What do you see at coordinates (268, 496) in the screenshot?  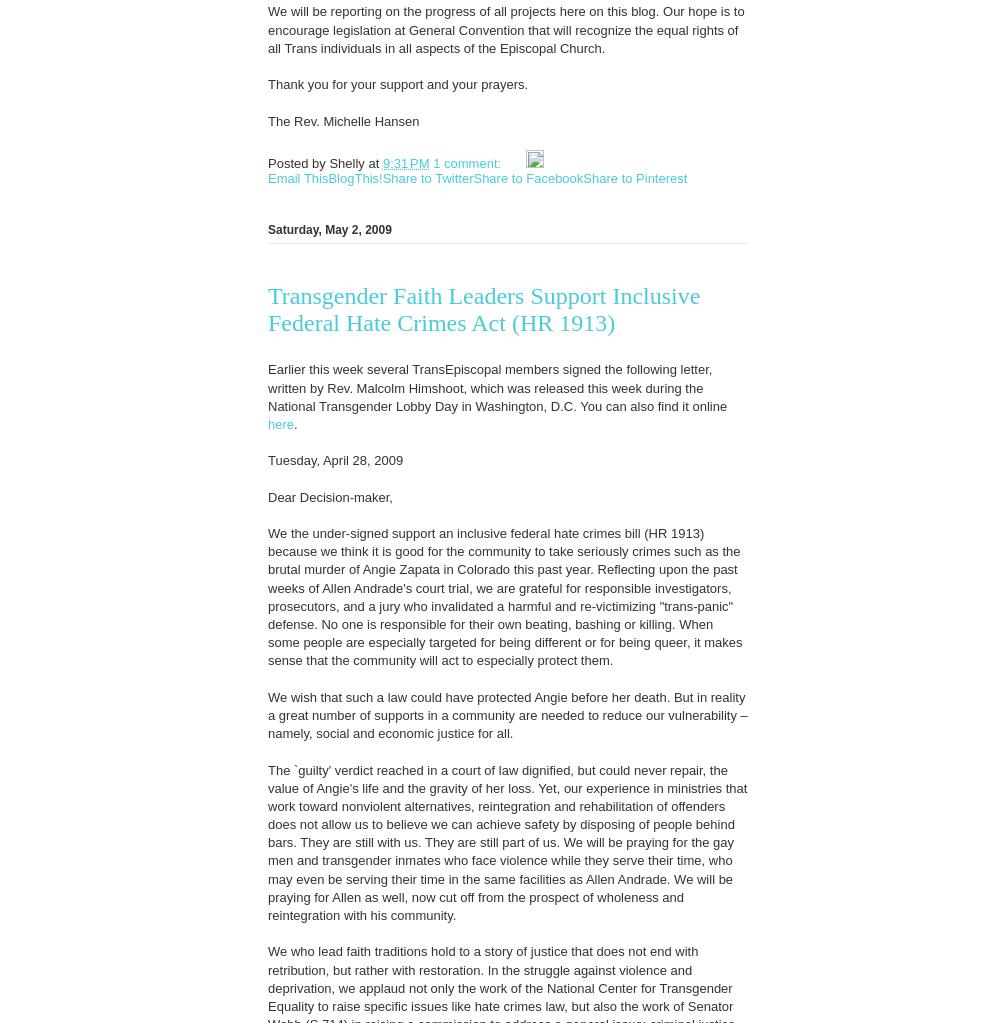 I see `'Dear Decision-maker,'` at bounding box center [268, 496].